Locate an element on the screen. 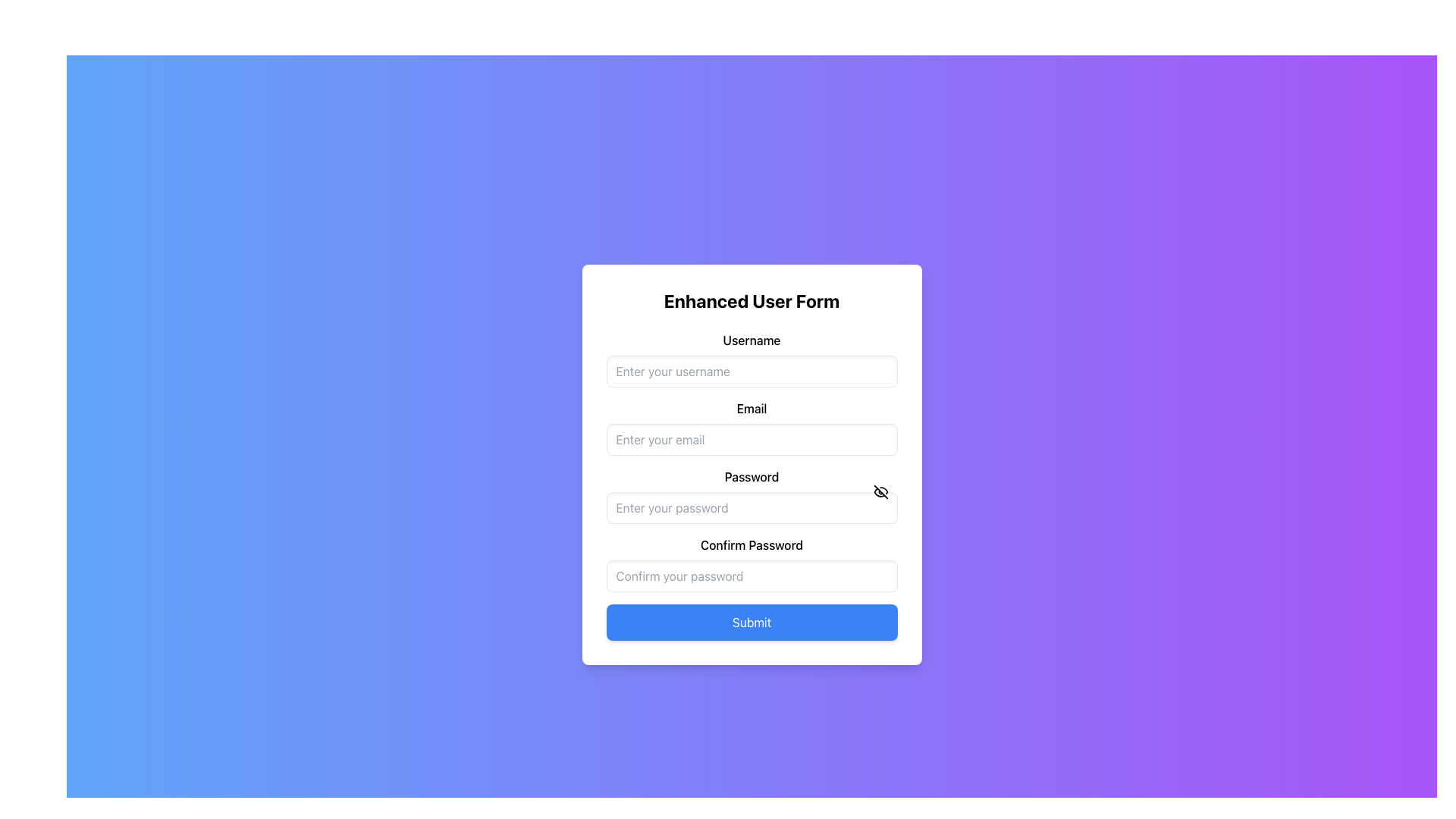 This screenshot has width=1456, height=819. the 'Email' Text Label element, which is styled in a medium-weight font and positioned above the input field for entering an email address in the form is located at coordinates (752, 408).